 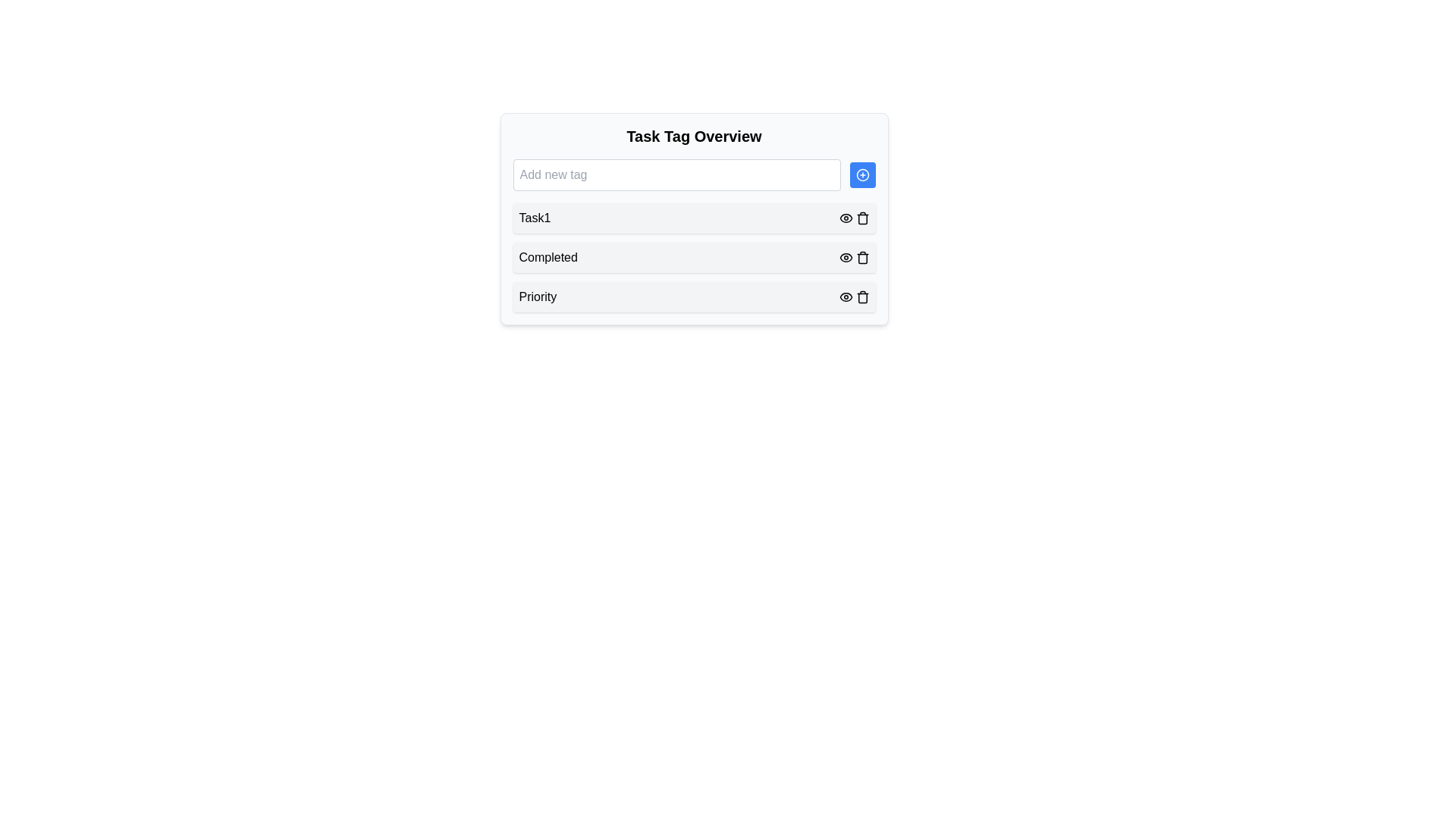 I want to click on the eye icon button in the 'Completed' section of the Task Tag Overview interface, so click(x=854, y=256).